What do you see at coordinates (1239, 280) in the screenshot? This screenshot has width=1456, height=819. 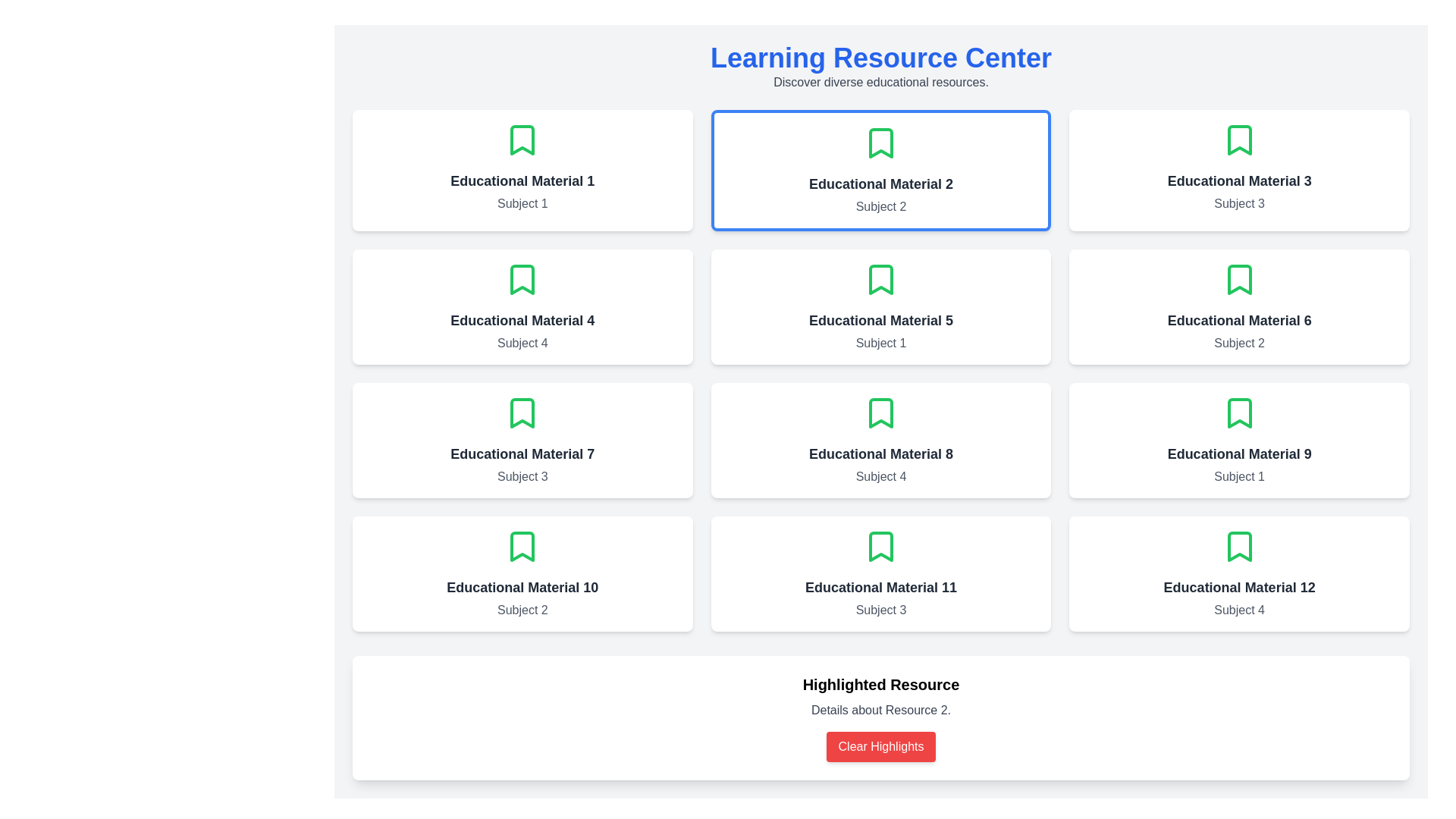 I see `the bookmark-shaped icon with a green stroke located at the top-center of the 'Educational Material 6' card, positioned above its title` at bounding box center [1239, 280].